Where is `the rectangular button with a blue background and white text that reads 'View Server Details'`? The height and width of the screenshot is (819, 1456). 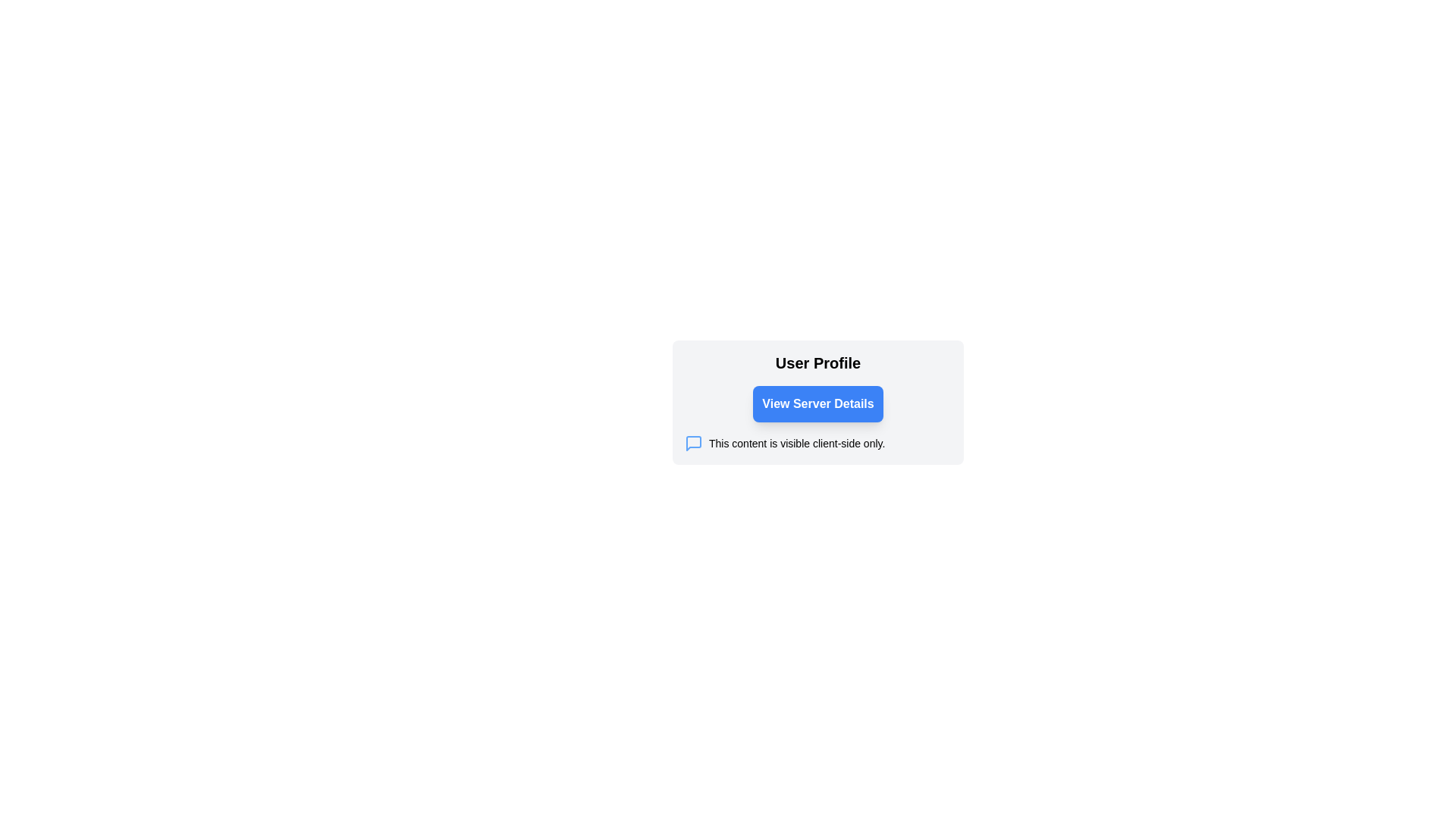 the rectangular button with a blue background and white text that reads 'View Server Details' is located at coordinates (817, 403).